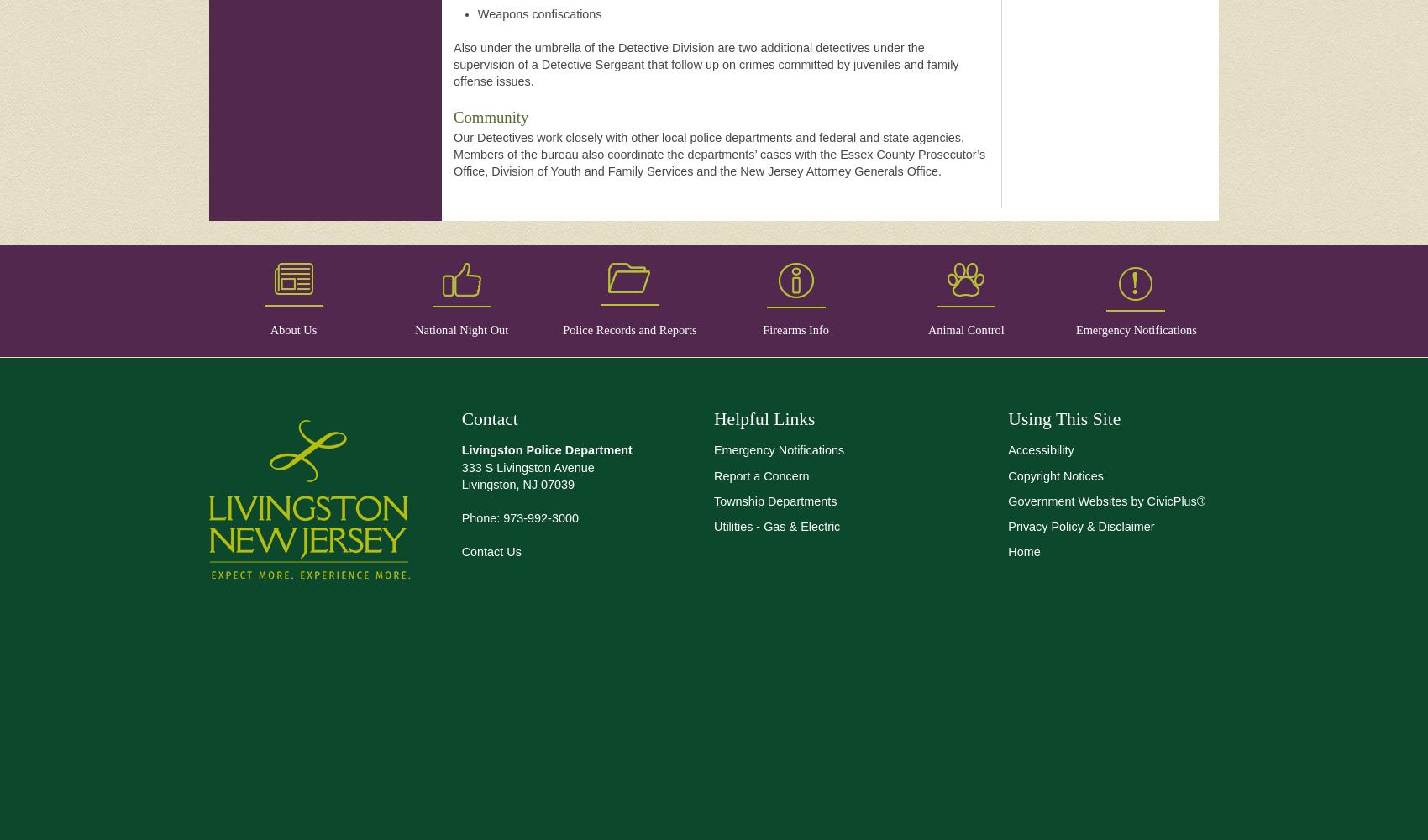 The height and width of the screenshot is (840, 1428). Describe the element at coordinates (1007, 450) in the screenshot. I see `'Accessibility'` at that location.